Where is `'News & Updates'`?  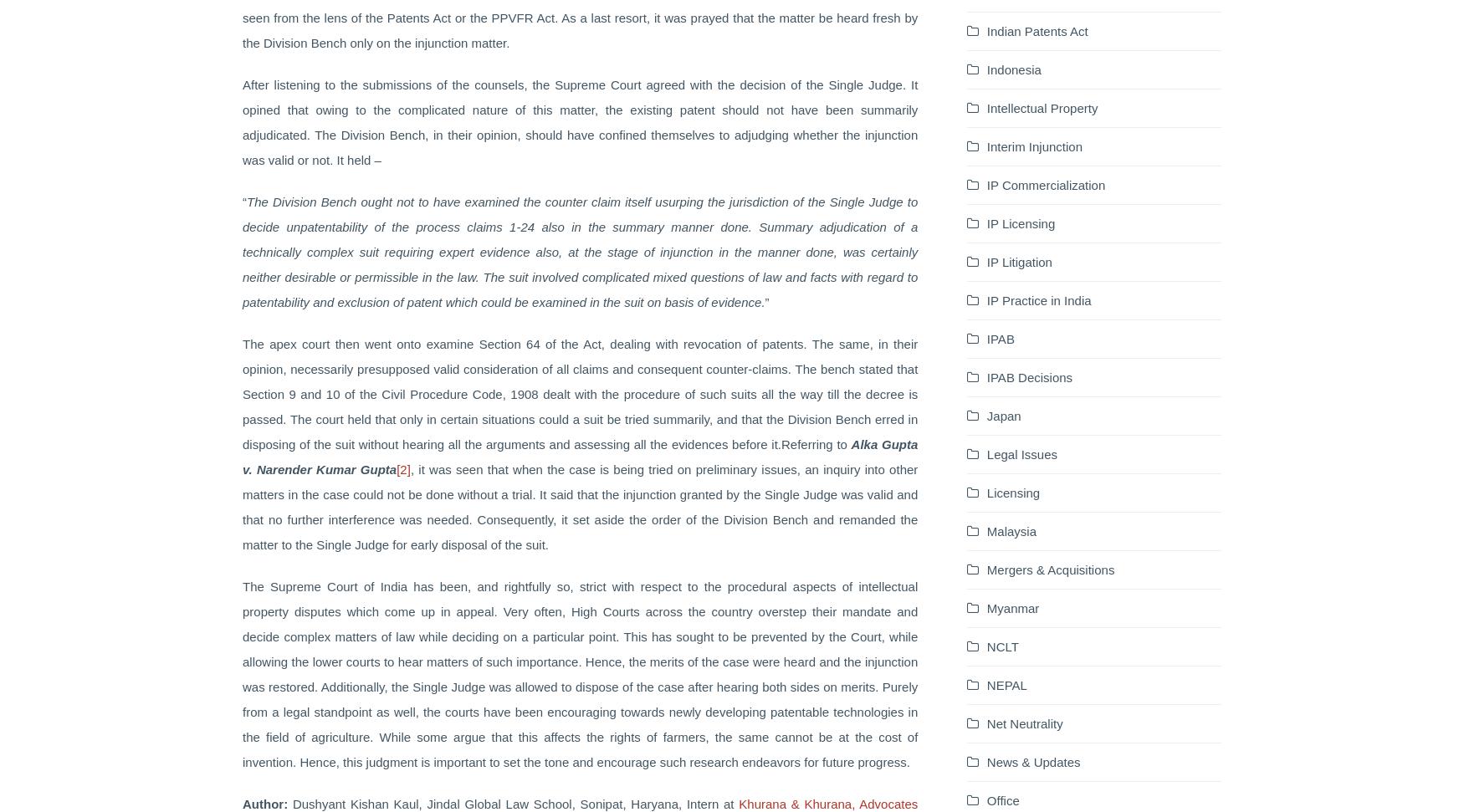 'News & Updates' is located at coordinates (1032, 761).